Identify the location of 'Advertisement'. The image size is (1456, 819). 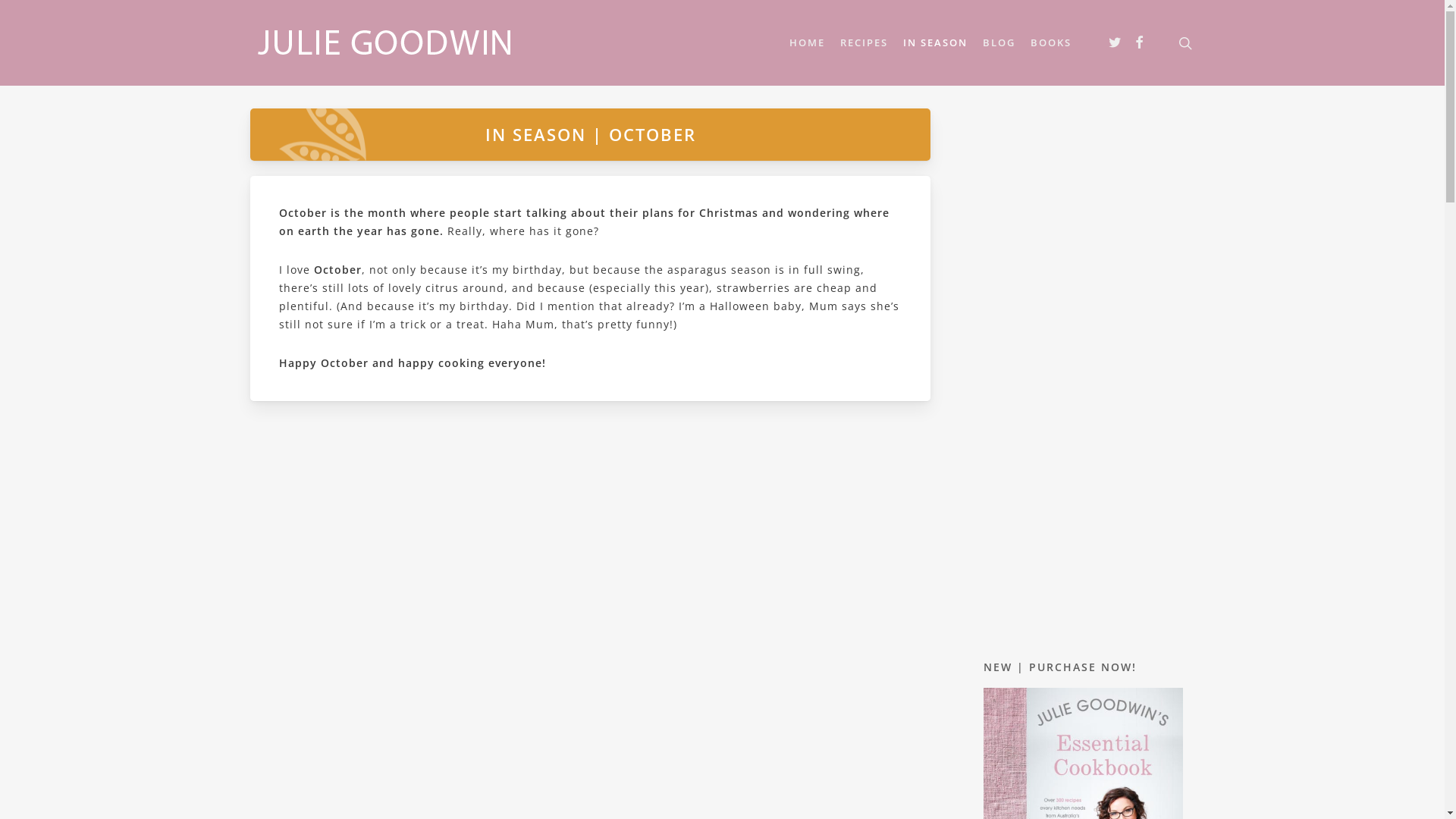
(1082, 372).